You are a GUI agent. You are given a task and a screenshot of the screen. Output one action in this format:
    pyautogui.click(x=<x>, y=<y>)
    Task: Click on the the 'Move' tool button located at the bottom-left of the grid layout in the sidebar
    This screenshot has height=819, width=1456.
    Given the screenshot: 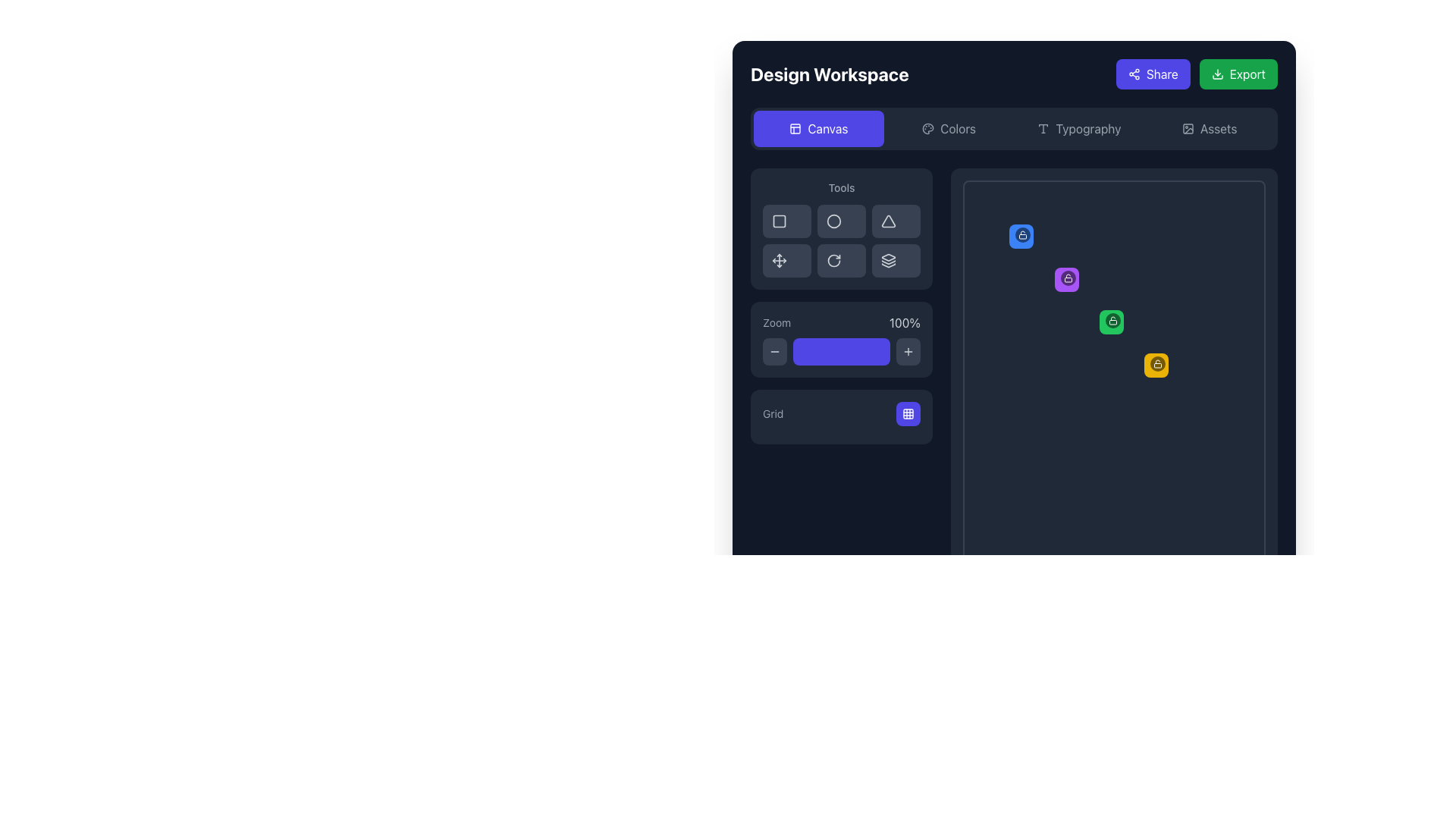 What is the action you would take?
    pyautogui.click(x=786, y=259)
    